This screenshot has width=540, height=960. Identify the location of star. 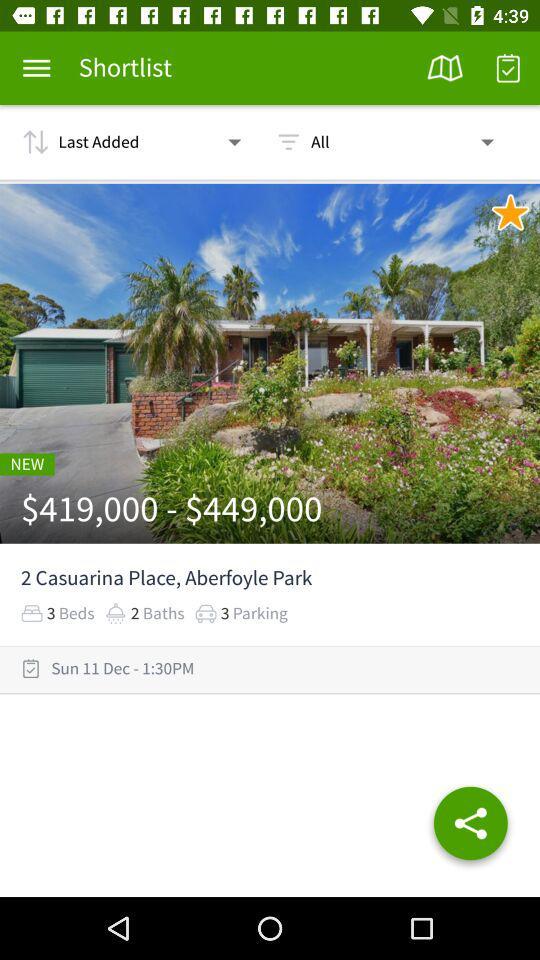
(510, 212).